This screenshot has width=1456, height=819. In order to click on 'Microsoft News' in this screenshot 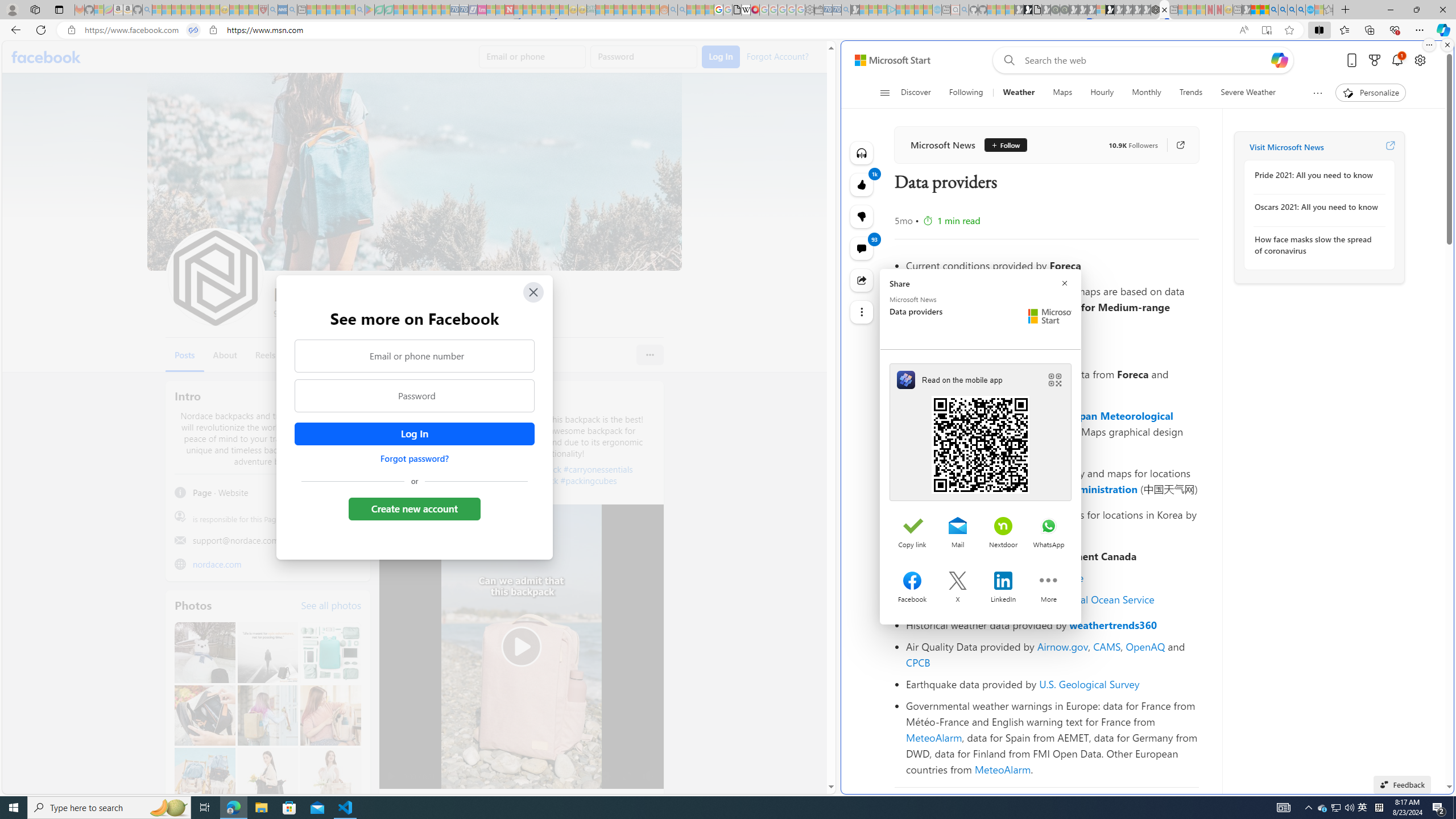, I will do `click(942, 144)`.